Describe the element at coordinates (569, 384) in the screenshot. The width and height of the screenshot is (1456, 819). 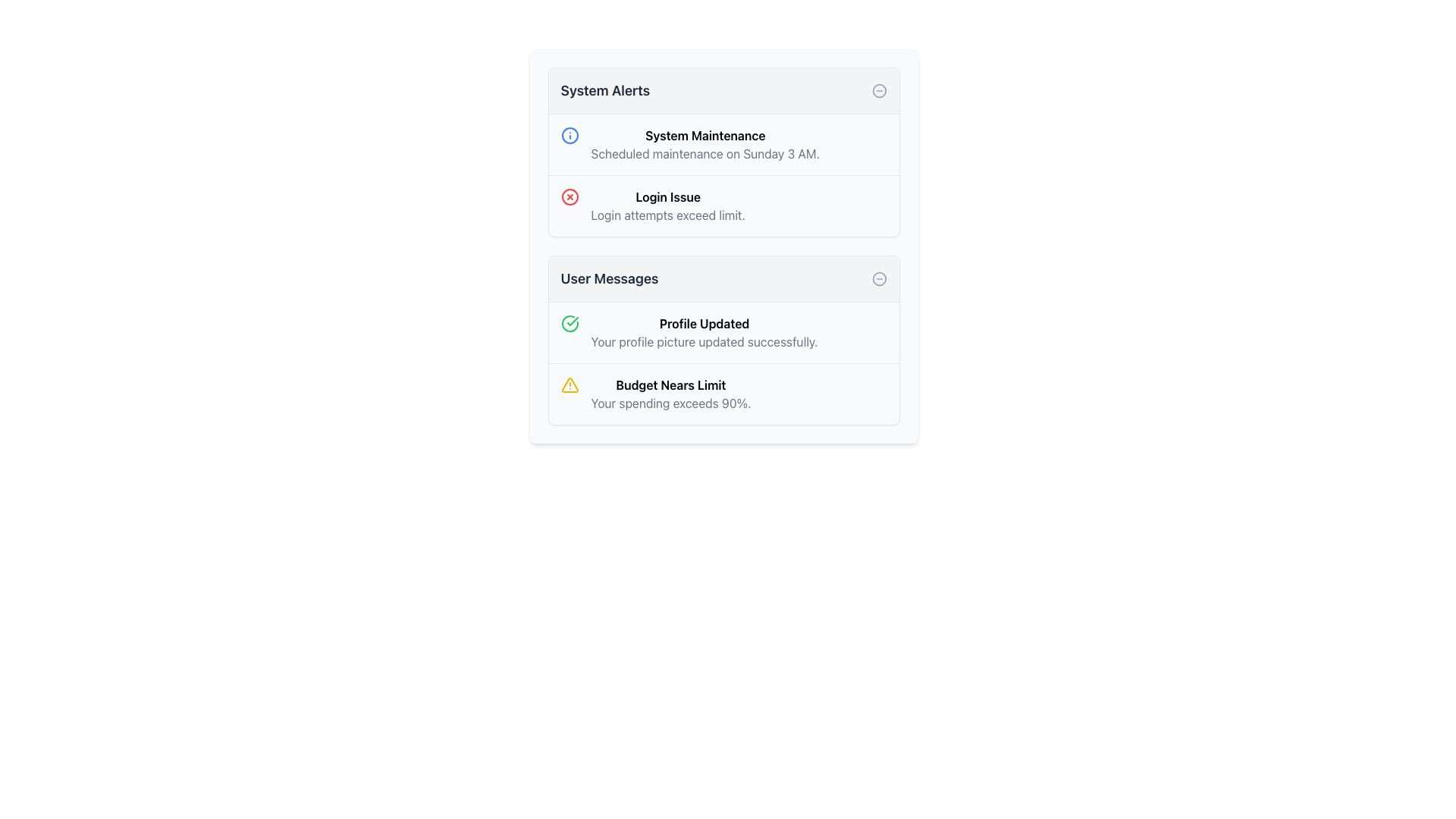
I see `the yellow outlined triangular warning icon located to the left of the 'Budget Nears Limit' notification in the 'User Messages' section` at that location.